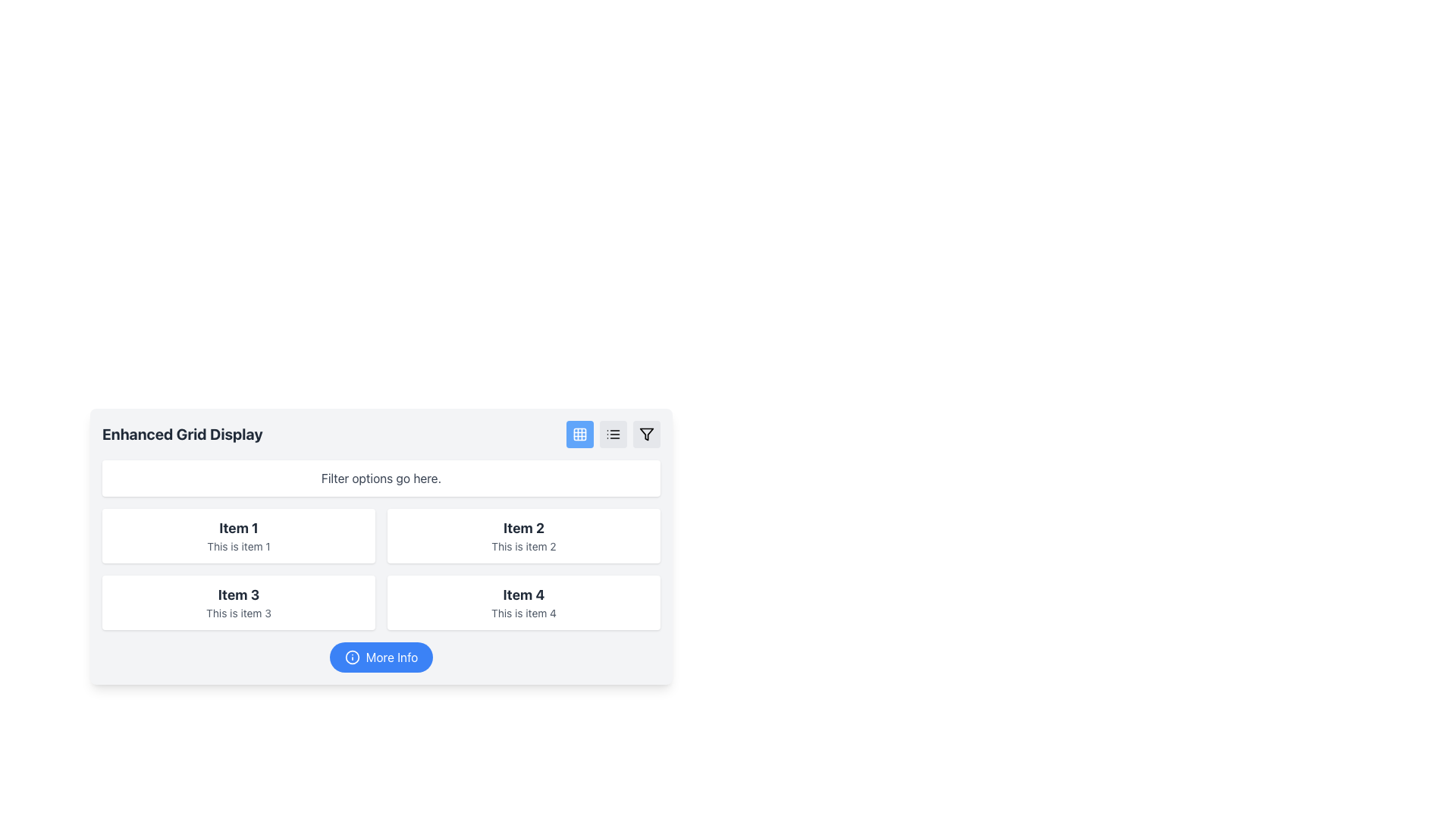 The image size is (1456, 819). I want to click on text from the Text Label located under the 'Item 3' title in the group box, positioned centrally in the bottom row of a 2x2 grid layout, so click(238, 613).